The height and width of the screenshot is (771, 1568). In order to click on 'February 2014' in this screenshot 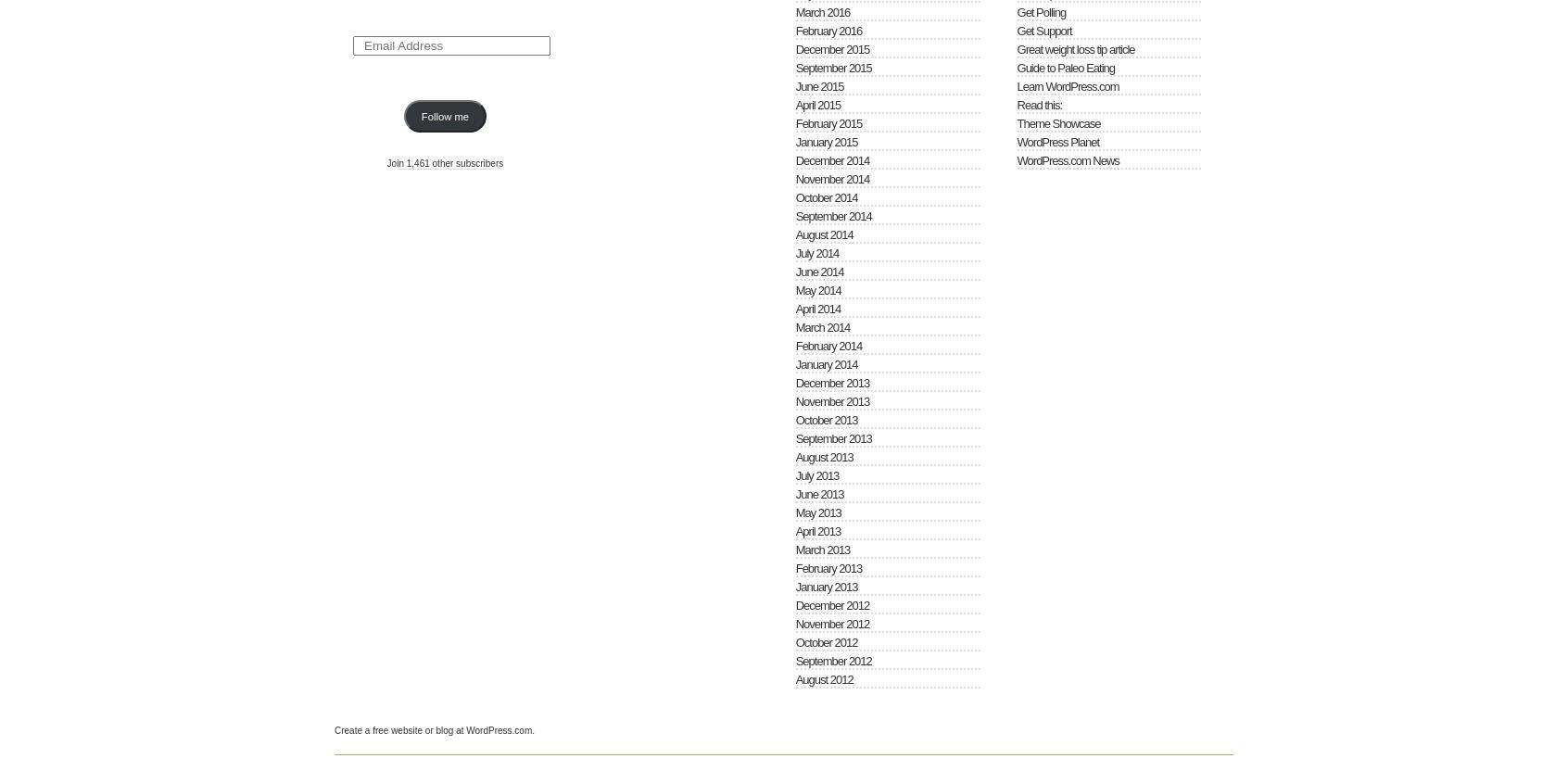, I will do `click(828, 345)`.